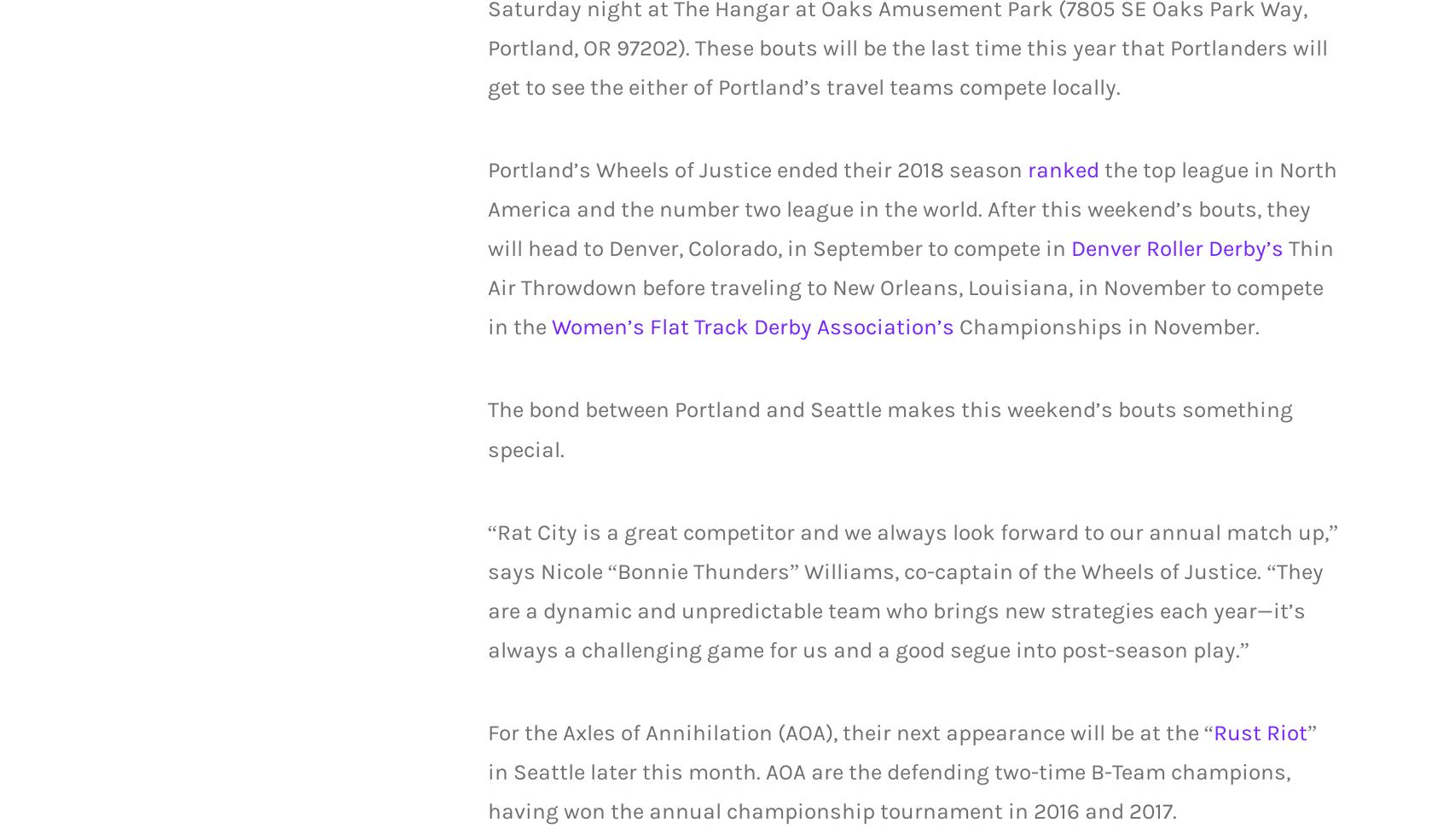 The height and width of the screenshot is (840, 1455). What do you see at coordinates (485, 287) in the screenshot?
I see `'Thin Air Throwdown before traveling to New Orleans, Louisiana, in November to compete in the'` at bounding box center [485, 287].